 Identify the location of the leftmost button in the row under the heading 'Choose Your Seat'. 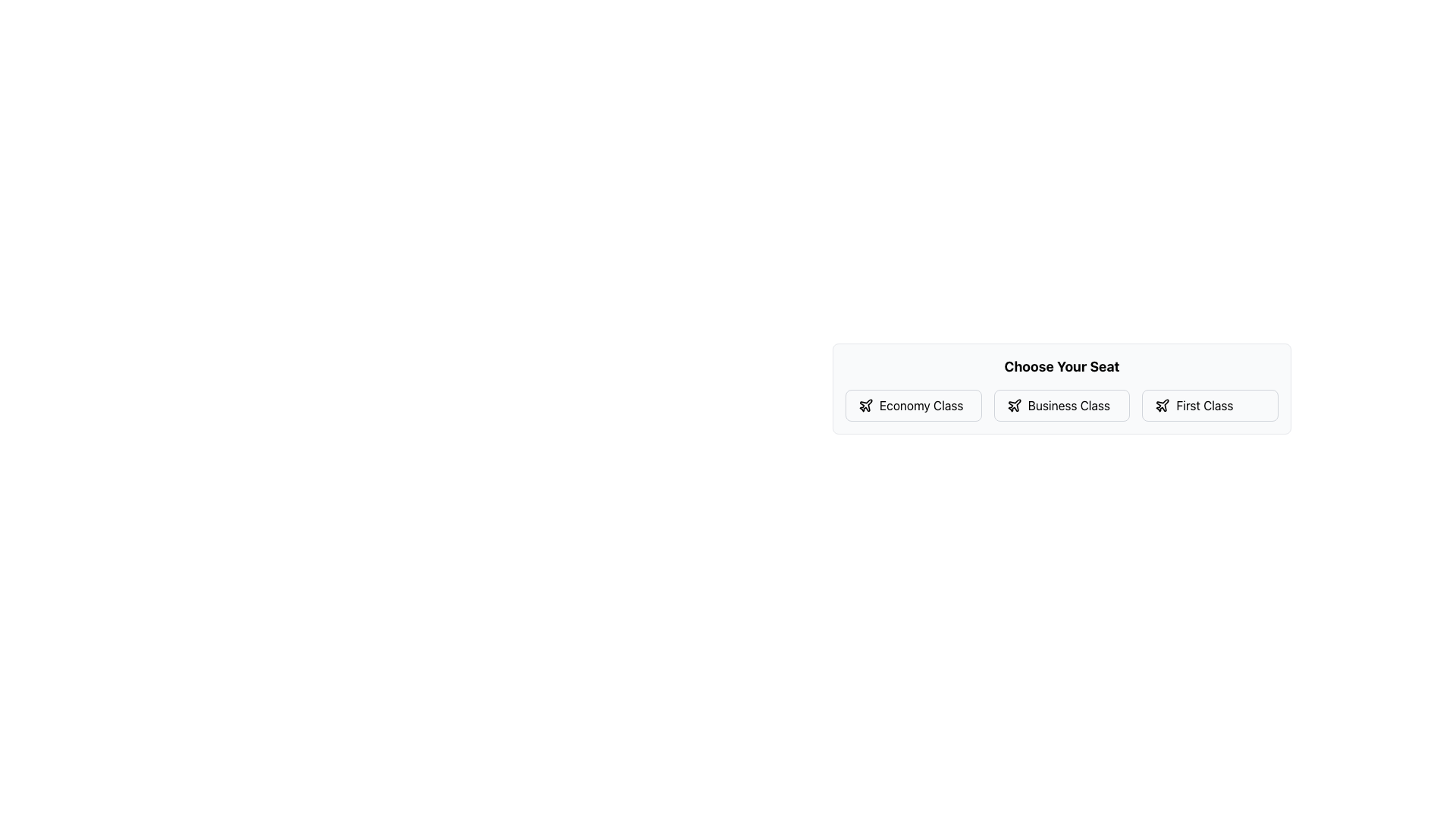
(912, 405).